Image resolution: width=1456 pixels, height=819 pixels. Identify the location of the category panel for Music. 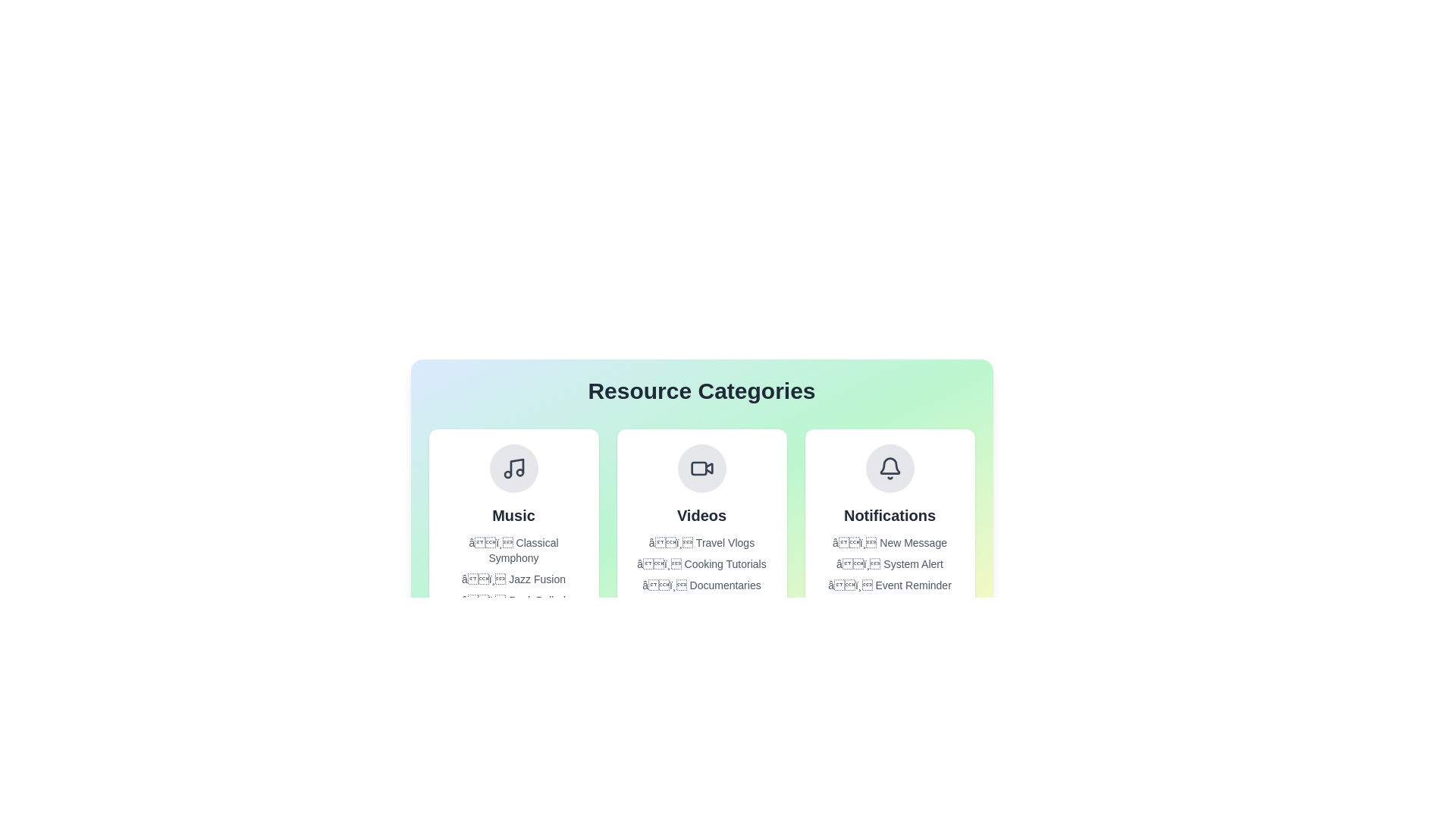
(513, 526).